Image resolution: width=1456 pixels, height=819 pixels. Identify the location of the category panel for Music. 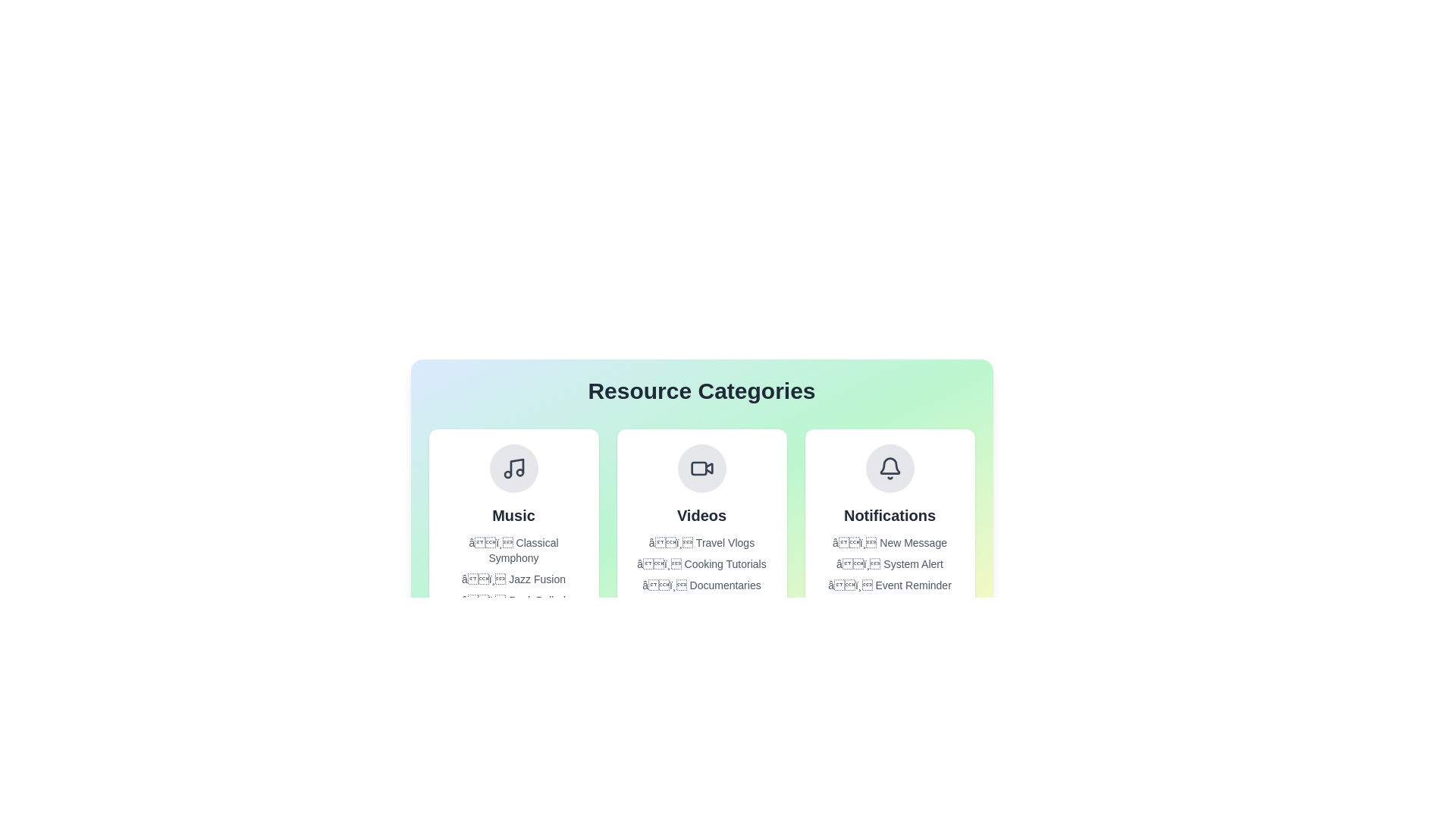
(513, 526).